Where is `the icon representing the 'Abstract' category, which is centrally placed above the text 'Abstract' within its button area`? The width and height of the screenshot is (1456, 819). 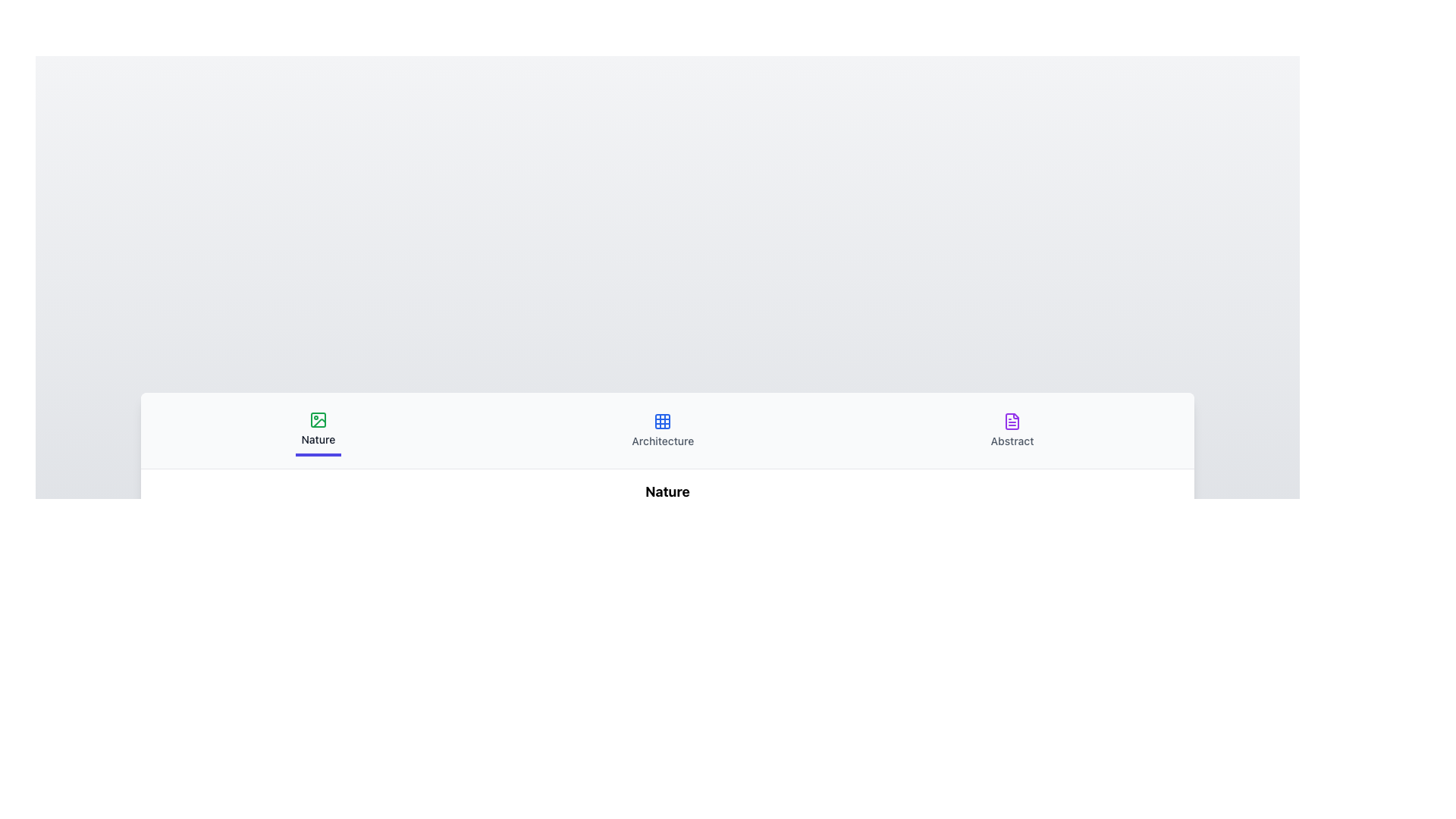 the icon representing the 'Abstract' category, which is centrally placed above the text 'Abstract' within its button area is located at coordinates (1012, 421).